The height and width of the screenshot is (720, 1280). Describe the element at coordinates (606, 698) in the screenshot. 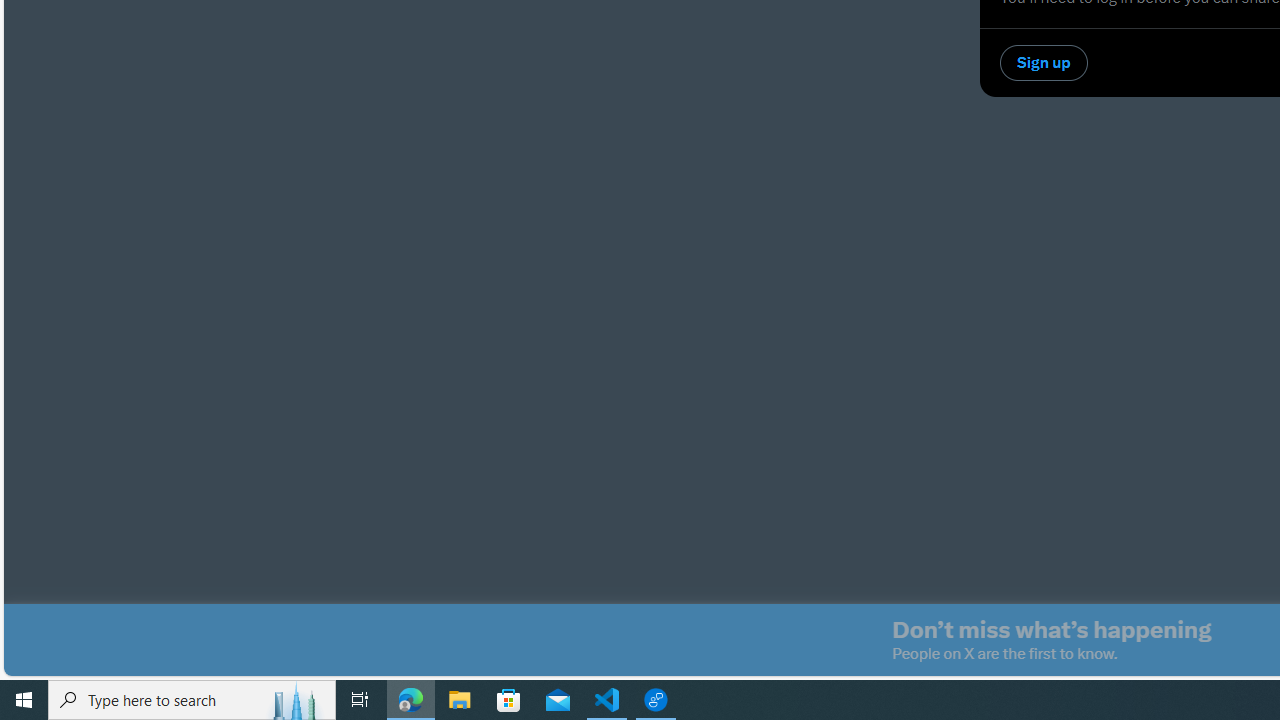

I see `'Visual Studio Code - 1 running window'` at that location.